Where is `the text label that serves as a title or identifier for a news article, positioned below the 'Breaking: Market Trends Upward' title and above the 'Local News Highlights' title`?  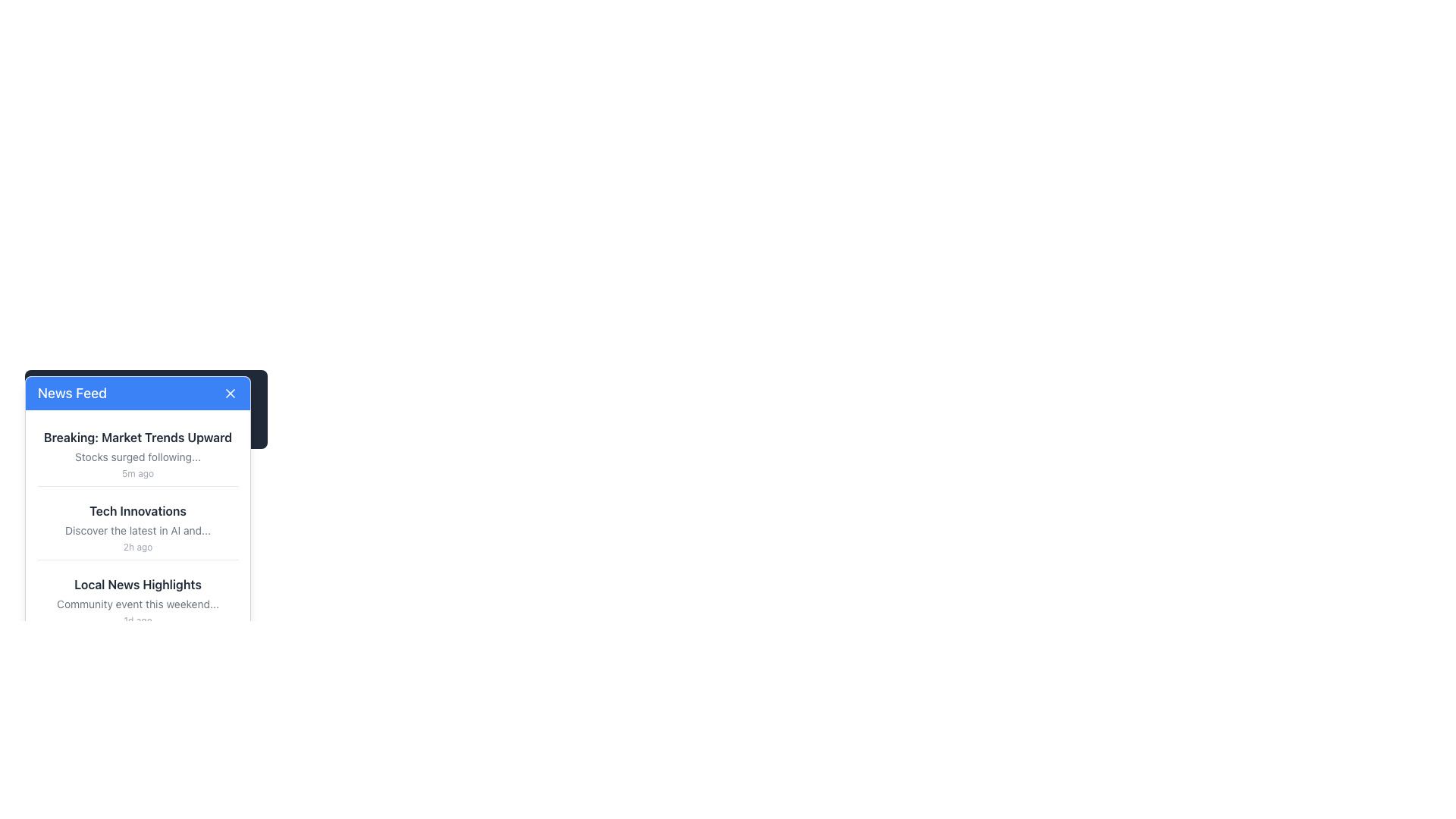 the text label that serves as a title or identifier for a news article, positioned below the 'Breaking: Market Trends Upward' title and above the 'Local News Highlights' title is located at coordinates (138, 511).